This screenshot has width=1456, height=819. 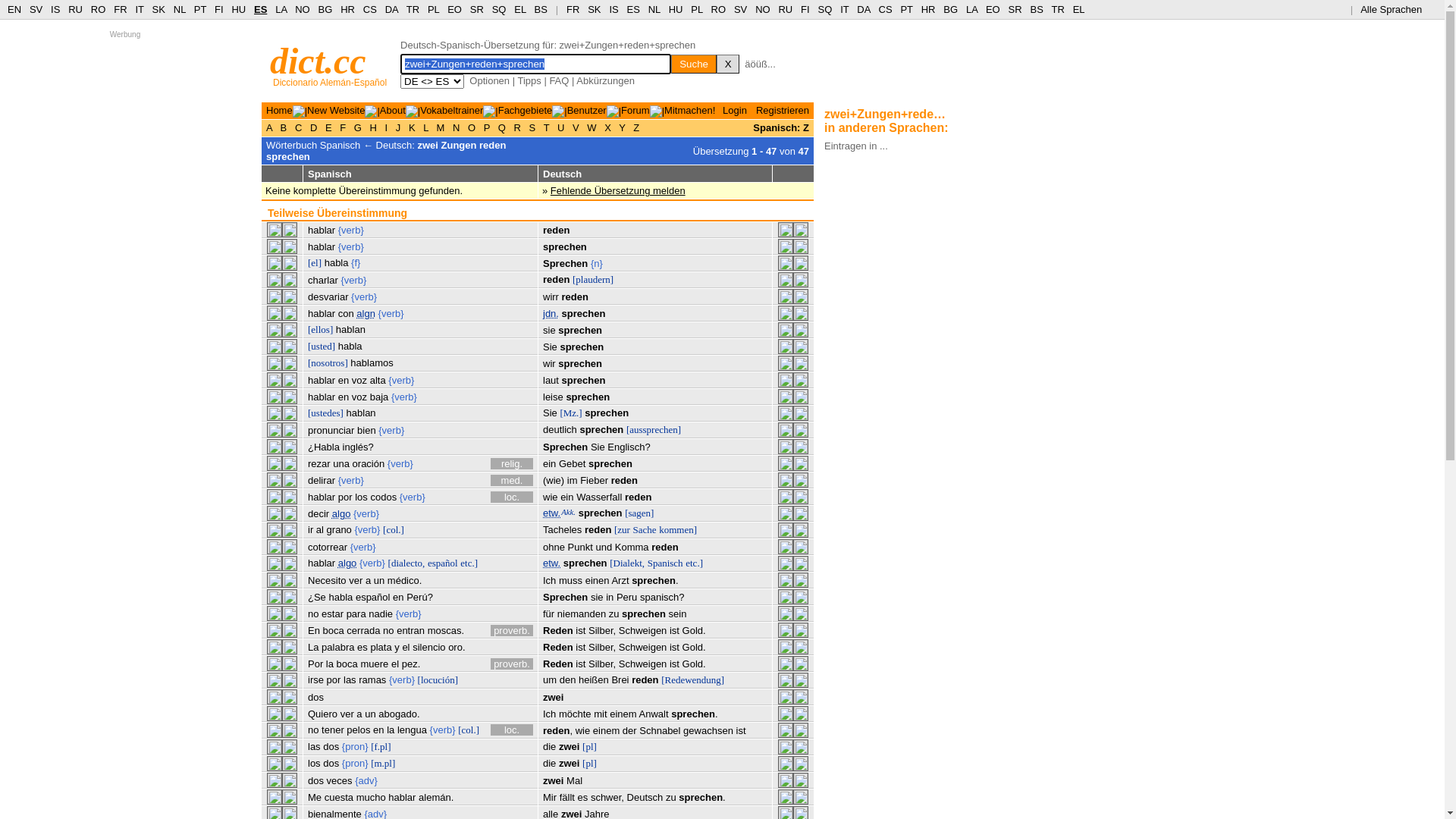 I want to click on 'hablar', so click(x=320, y=396).